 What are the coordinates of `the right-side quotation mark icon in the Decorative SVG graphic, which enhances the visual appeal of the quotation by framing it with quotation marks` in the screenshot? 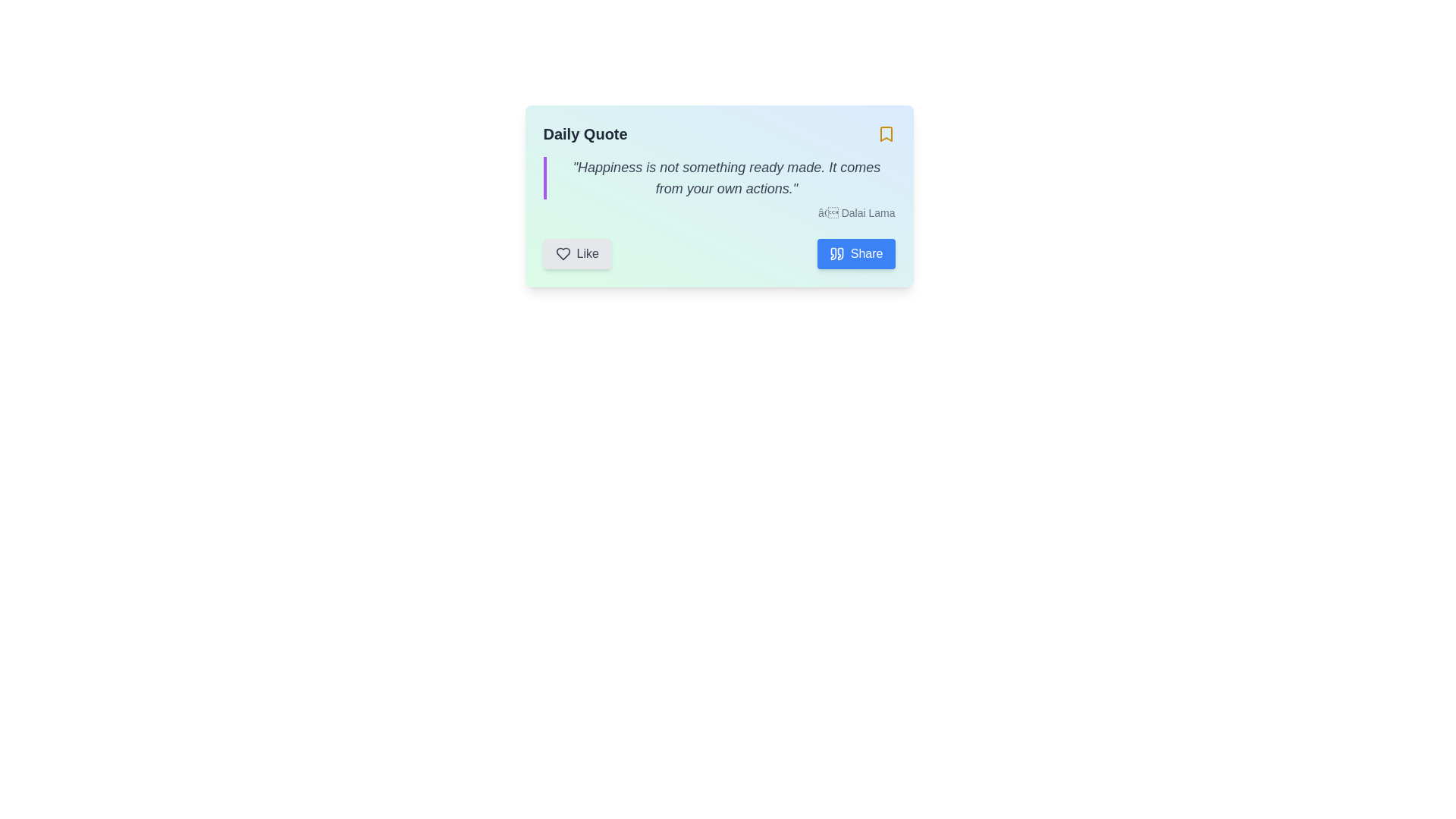 It's located at (839, 253).